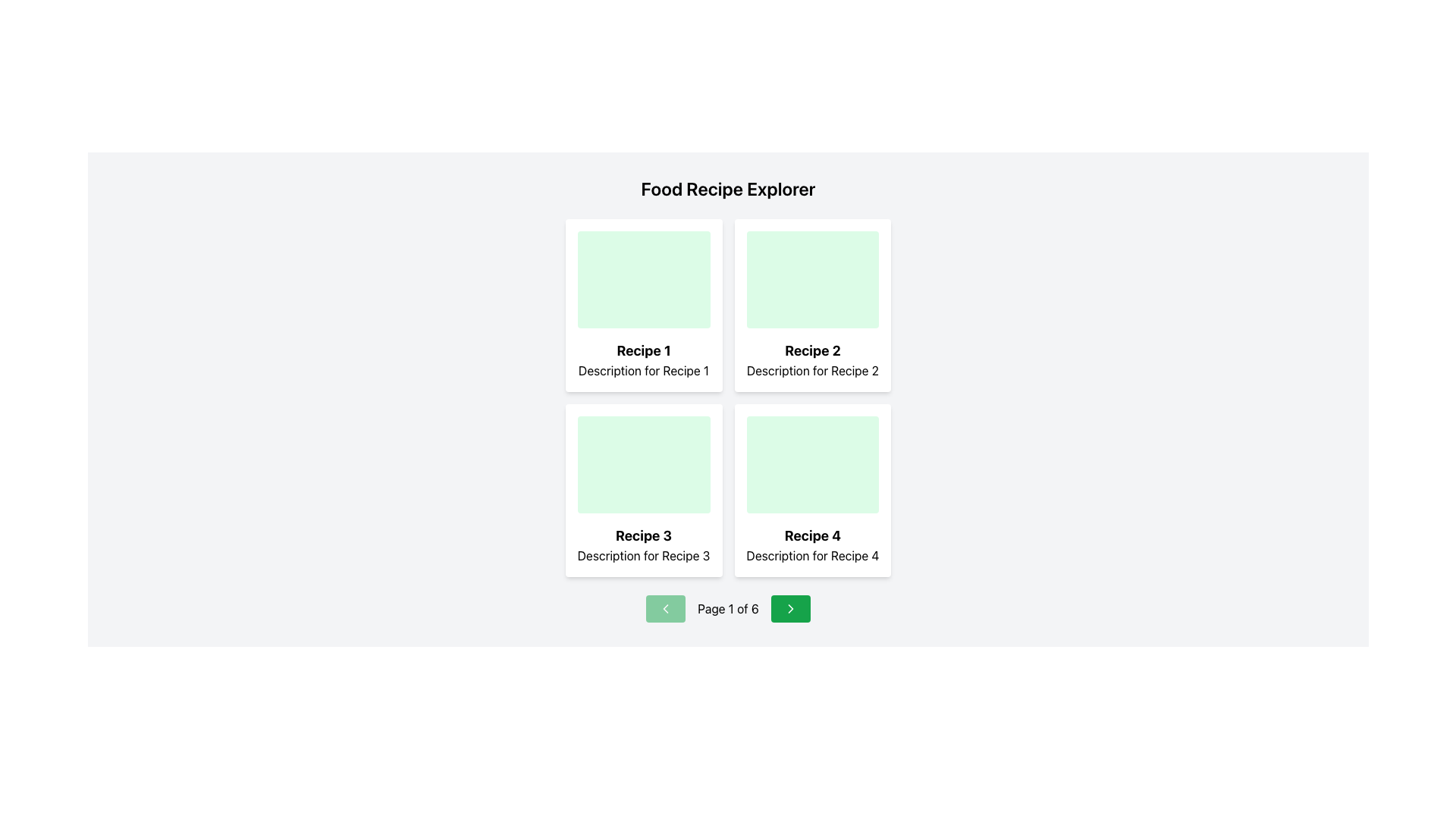  Describe the element at coordinates (644, 305) in the screenshot. I see `the recipe card component located in the top-left corner of the 2x2 grid layout, which provides a title and description preview for a recipe` at that location.